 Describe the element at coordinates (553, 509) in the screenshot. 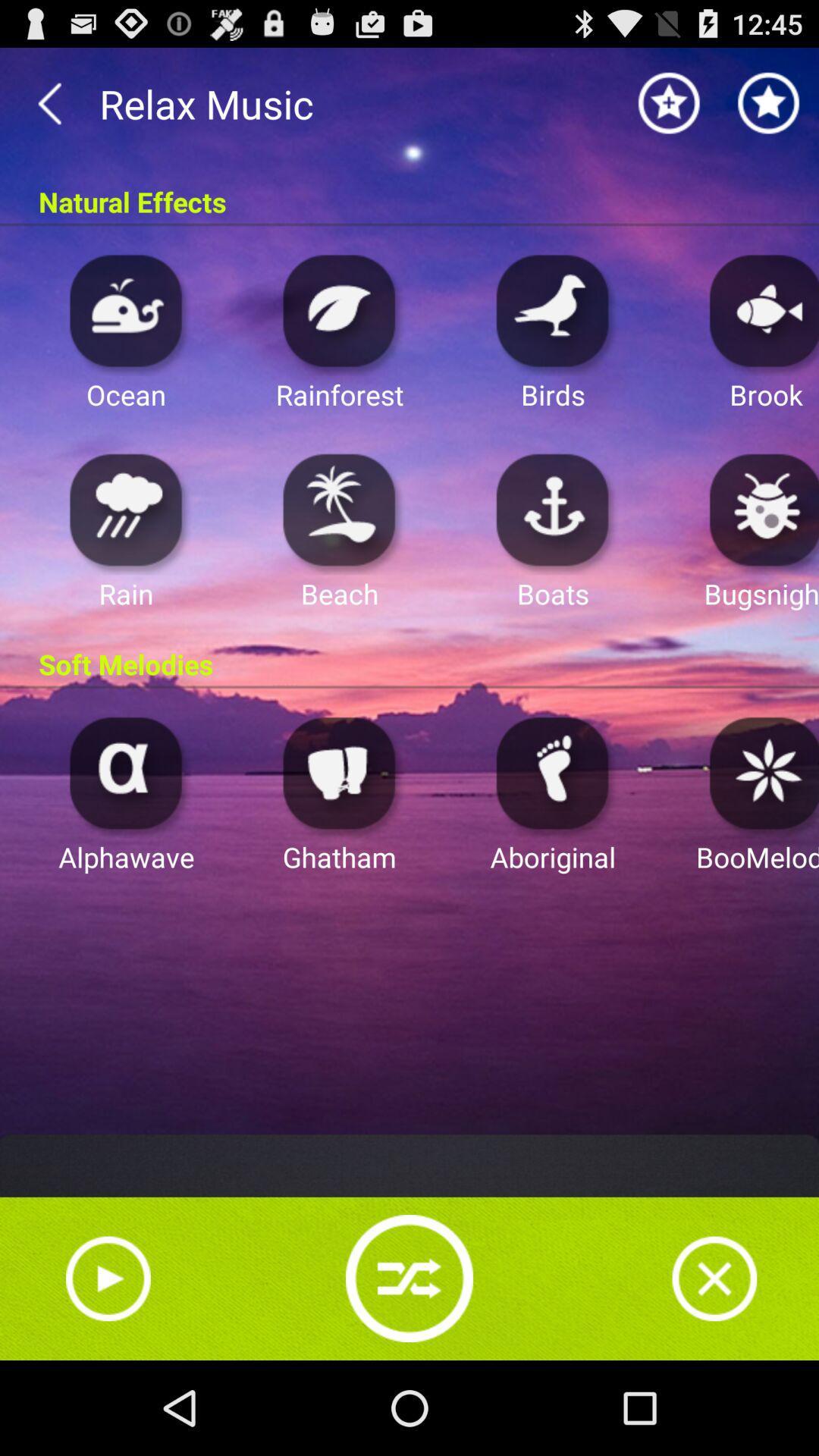

I see `boat sounds` at that location.